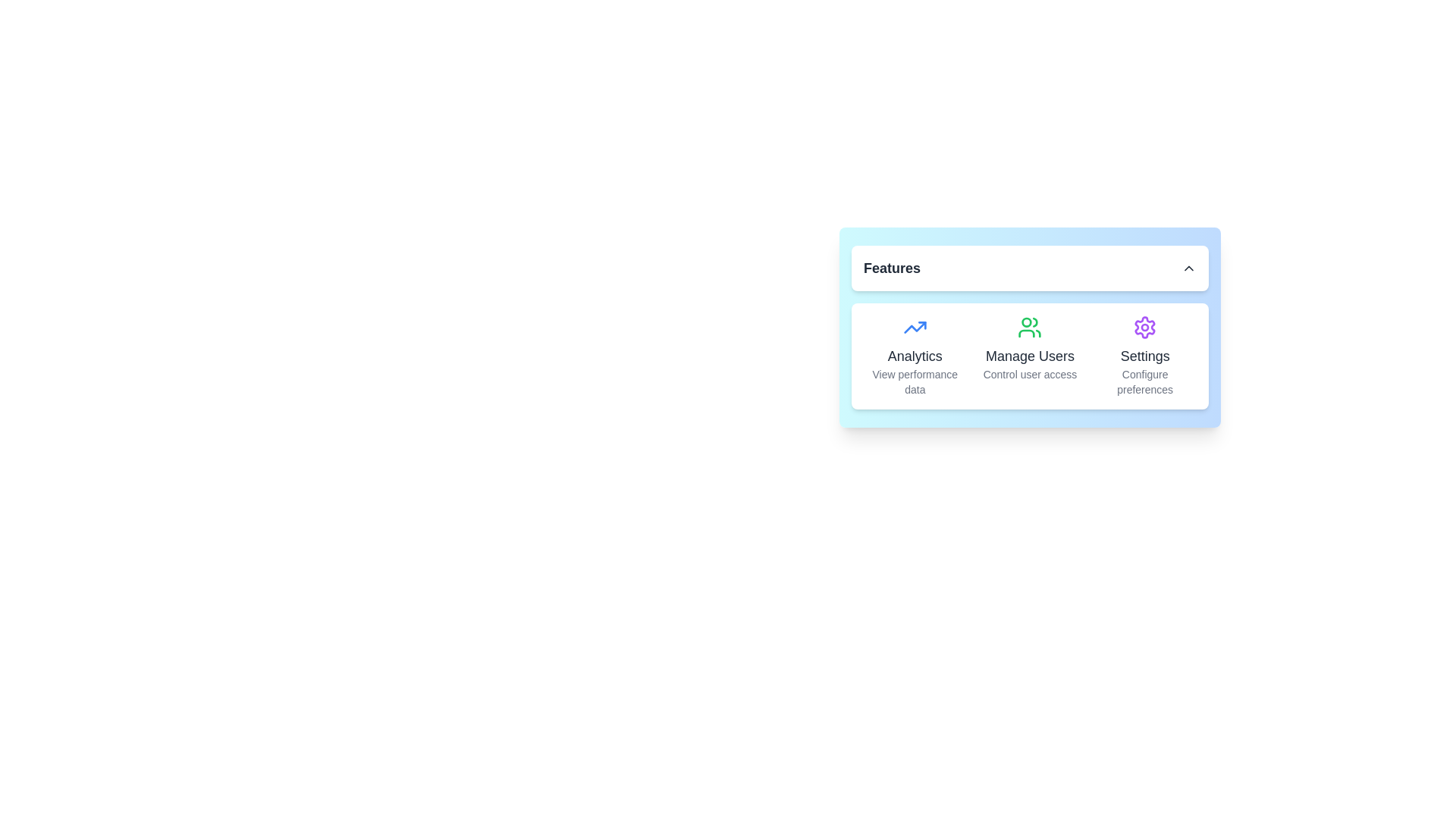 The image size is (1456, 819). I want to click on the upward-trending blue arrow icon representing analytics, located above the 'Analytics View performance data' section, so click(914, 327).